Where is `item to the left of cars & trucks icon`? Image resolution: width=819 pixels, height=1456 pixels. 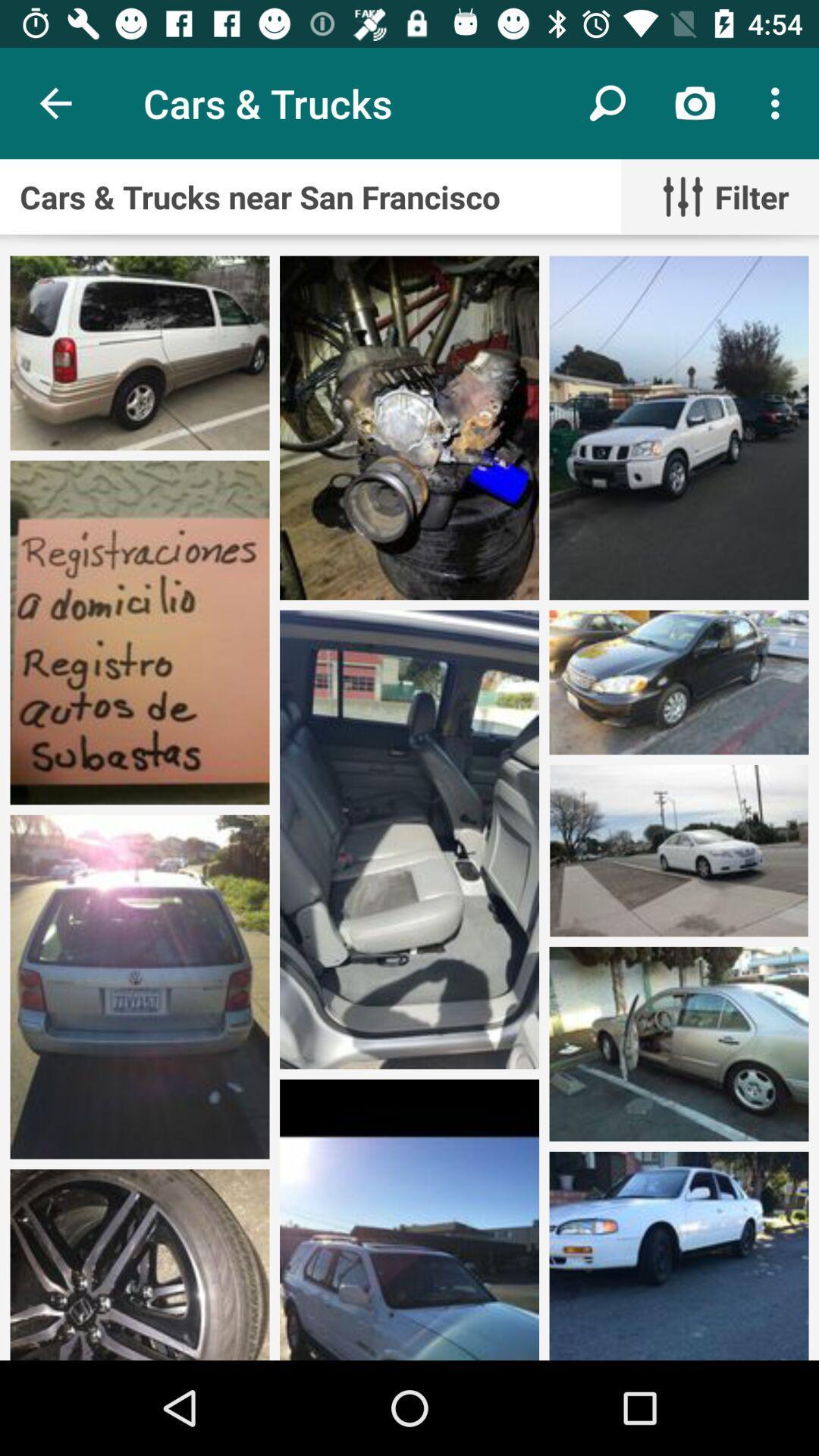 item to the left of cars & trucks icon is located at coordinates (55, 102).